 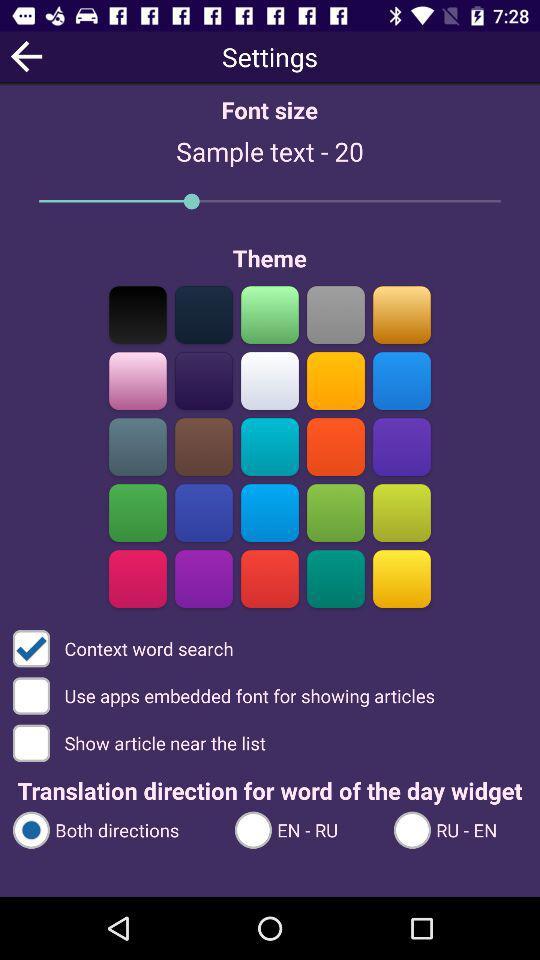 What do you see at coordinates (137, 446) in the screenshot?
I see `the color bar` at bounding box center [137, 446].